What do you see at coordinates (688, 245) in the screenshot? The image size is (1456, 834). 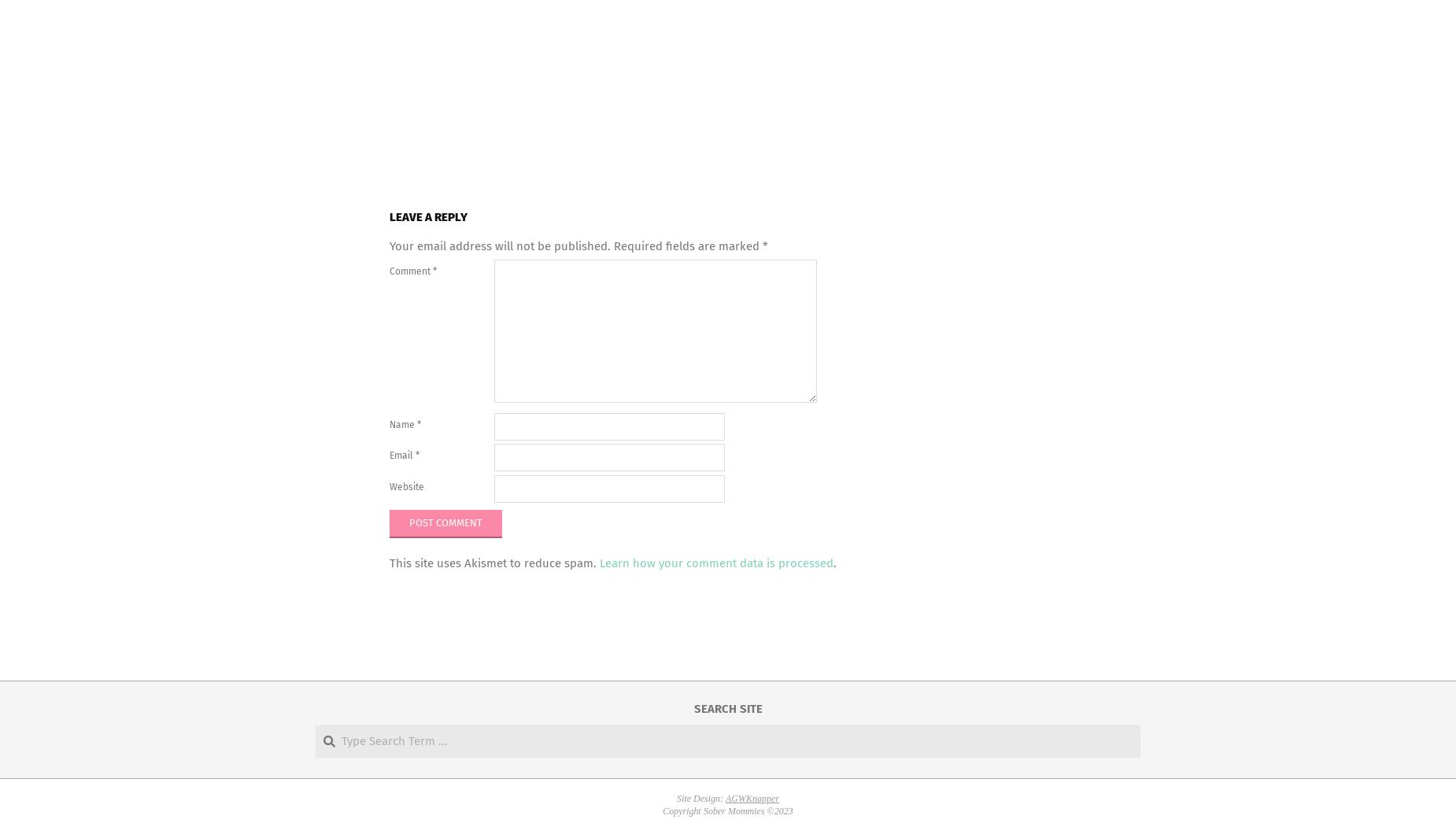 I see `'Required fields are marked'` at bounding box center [688, 245].